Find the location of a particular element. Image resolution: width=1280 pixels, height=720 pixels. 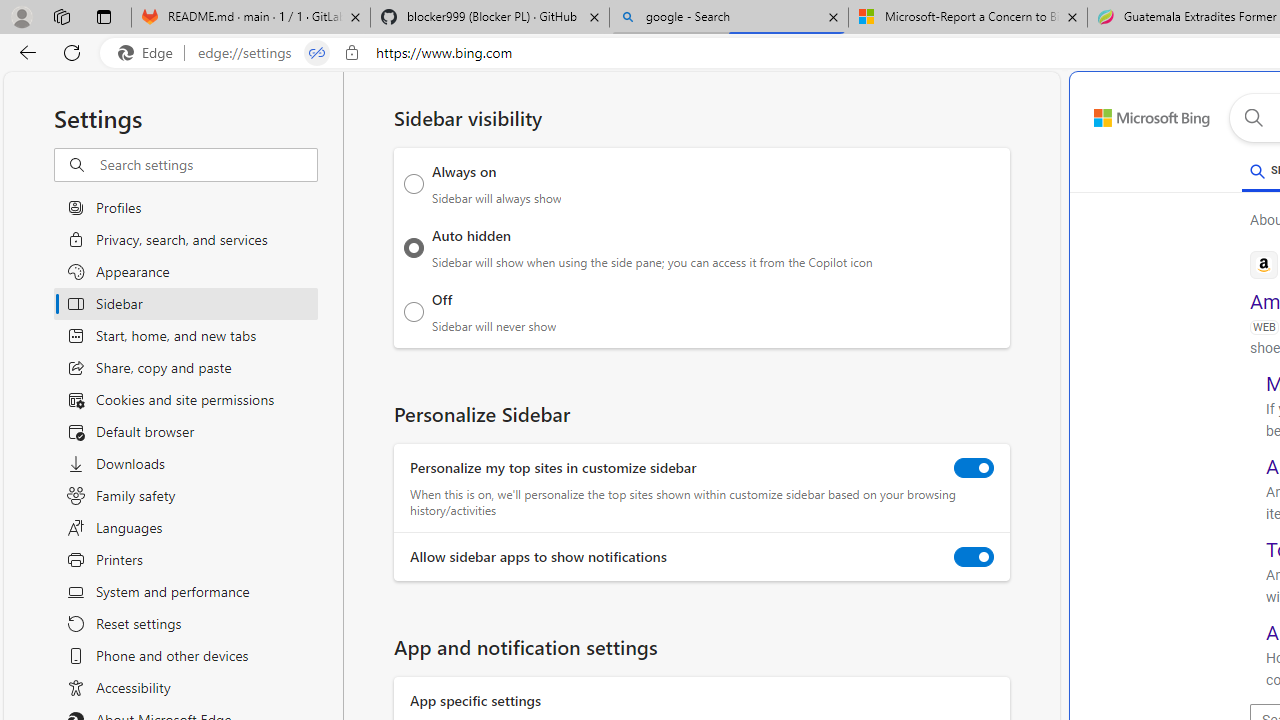

'Search settings' is located at coordinates (208, 164).